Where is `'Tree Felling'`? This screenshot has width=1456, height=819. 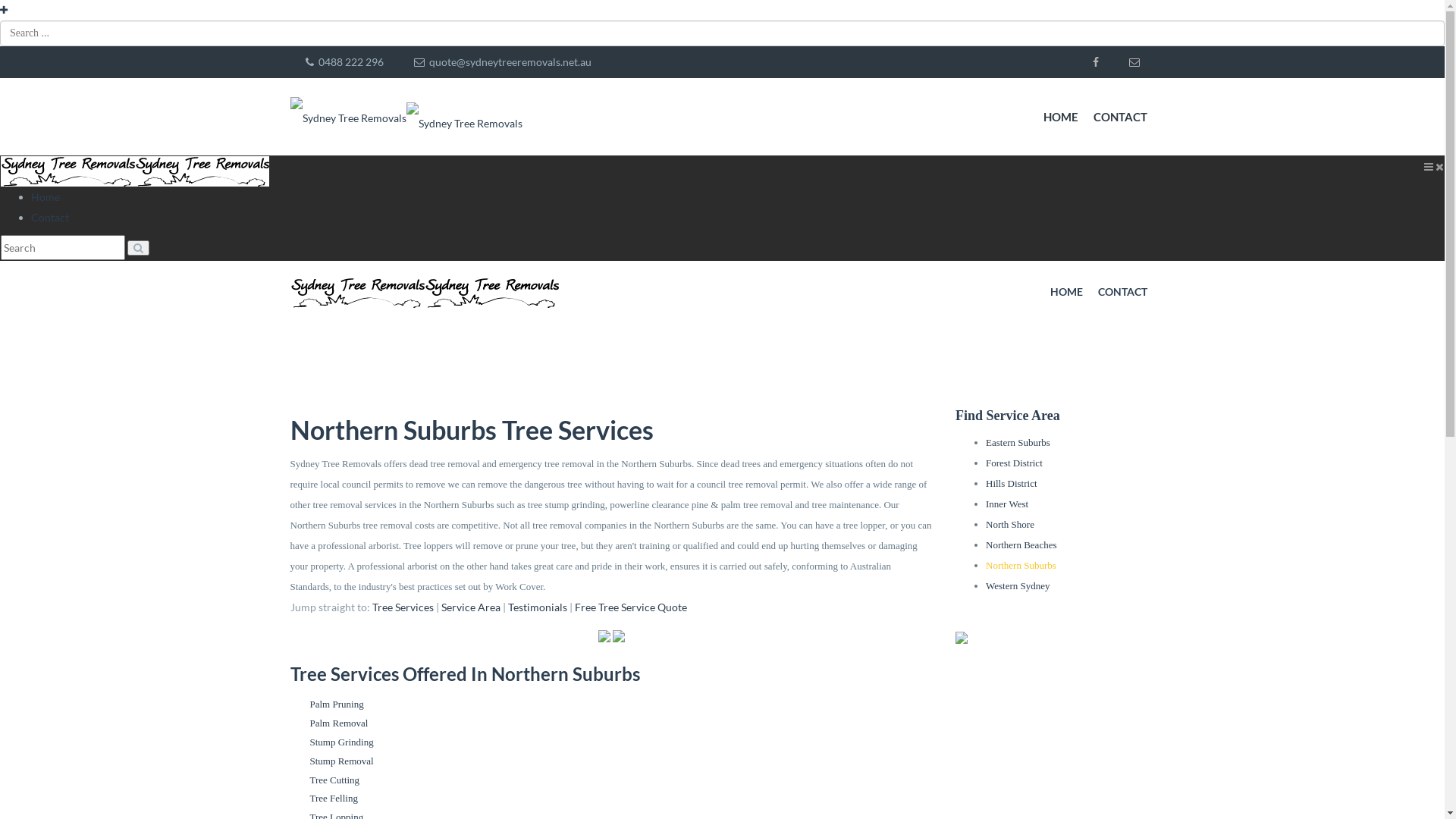
'Tree Felling' is located at coordinates (332, 797).